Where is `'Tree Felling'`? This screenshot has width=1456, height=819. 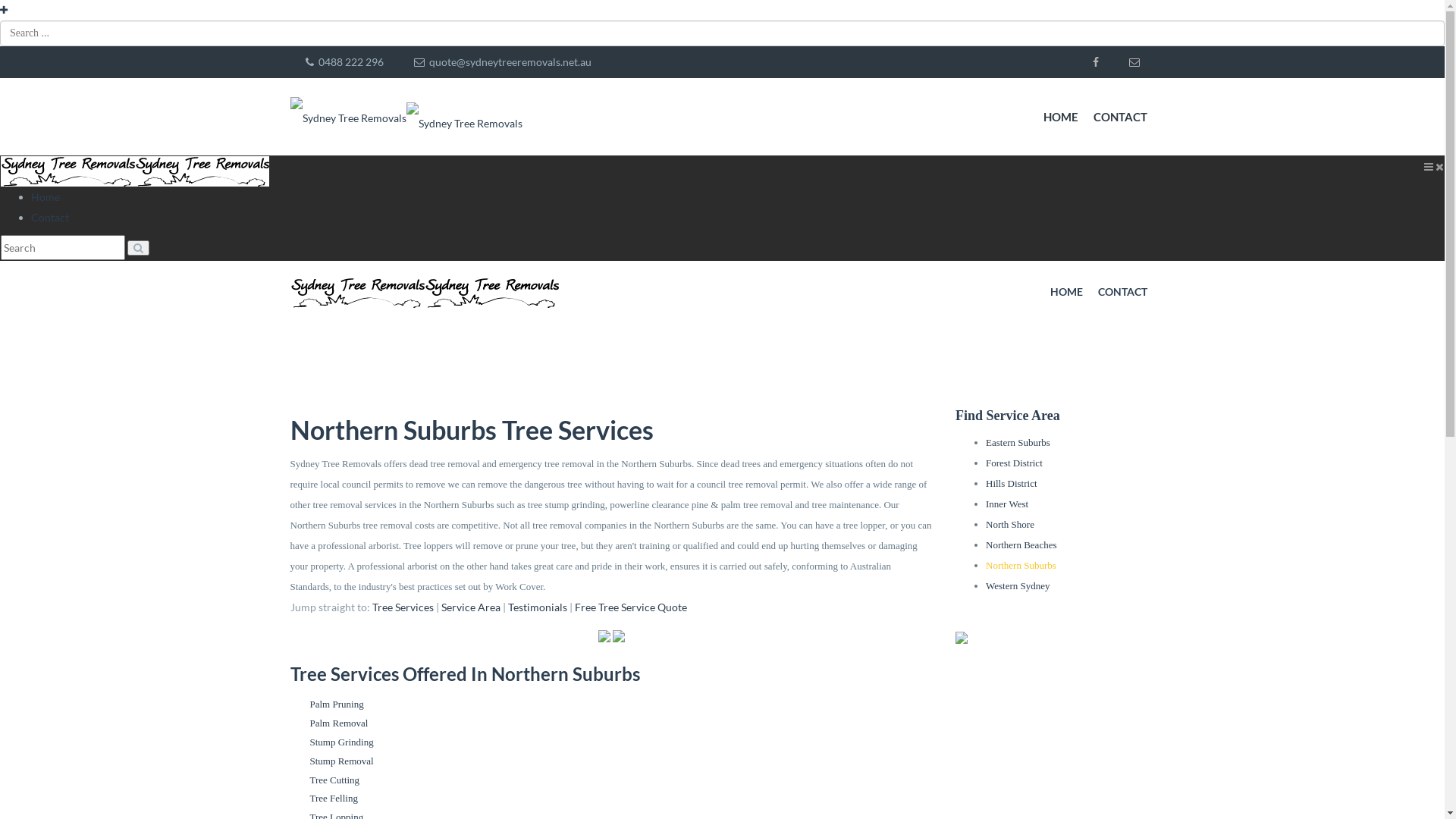
'Tree Felling' is located at coordinates (332, 797).